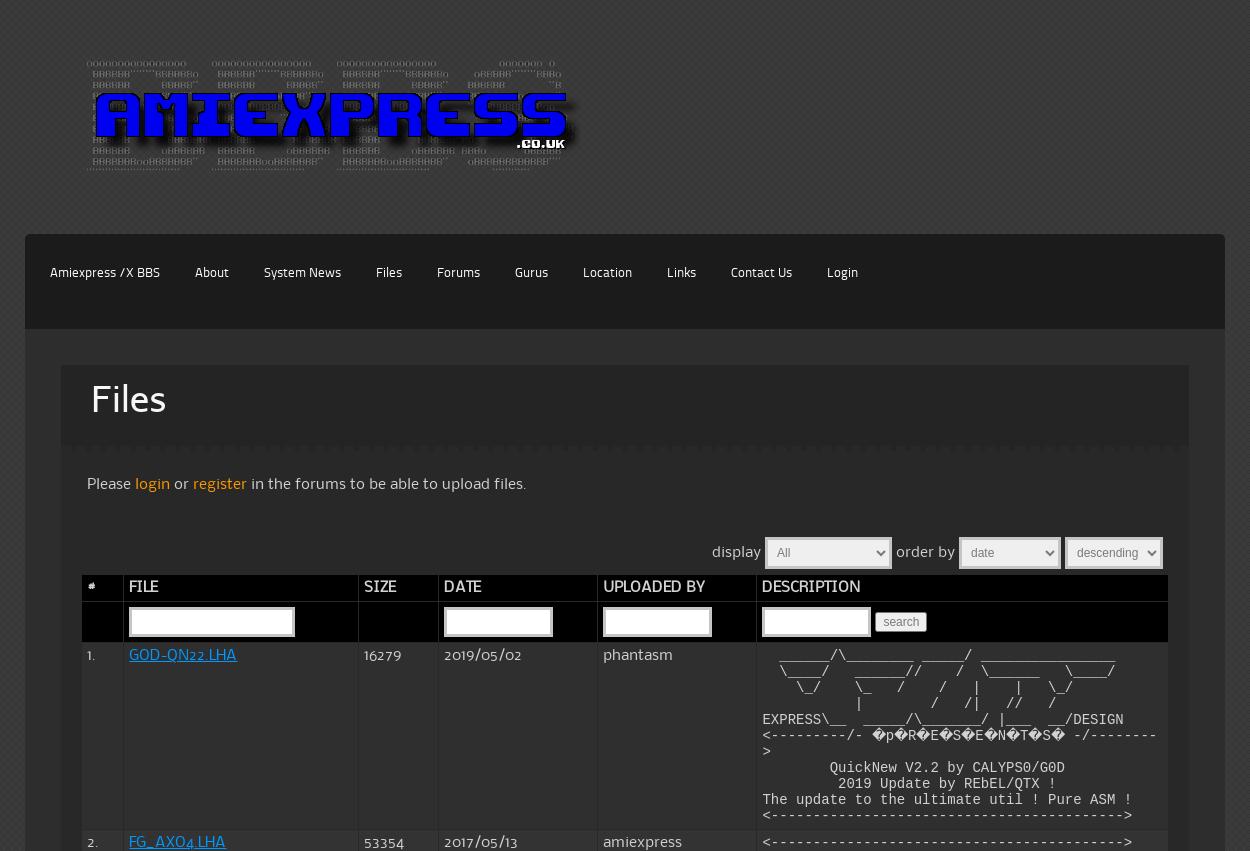  Describe the element at coordinates (930, 687) in the screenshot. I see `'\_/    \_   /    /   |    |   \_/'` at that location.